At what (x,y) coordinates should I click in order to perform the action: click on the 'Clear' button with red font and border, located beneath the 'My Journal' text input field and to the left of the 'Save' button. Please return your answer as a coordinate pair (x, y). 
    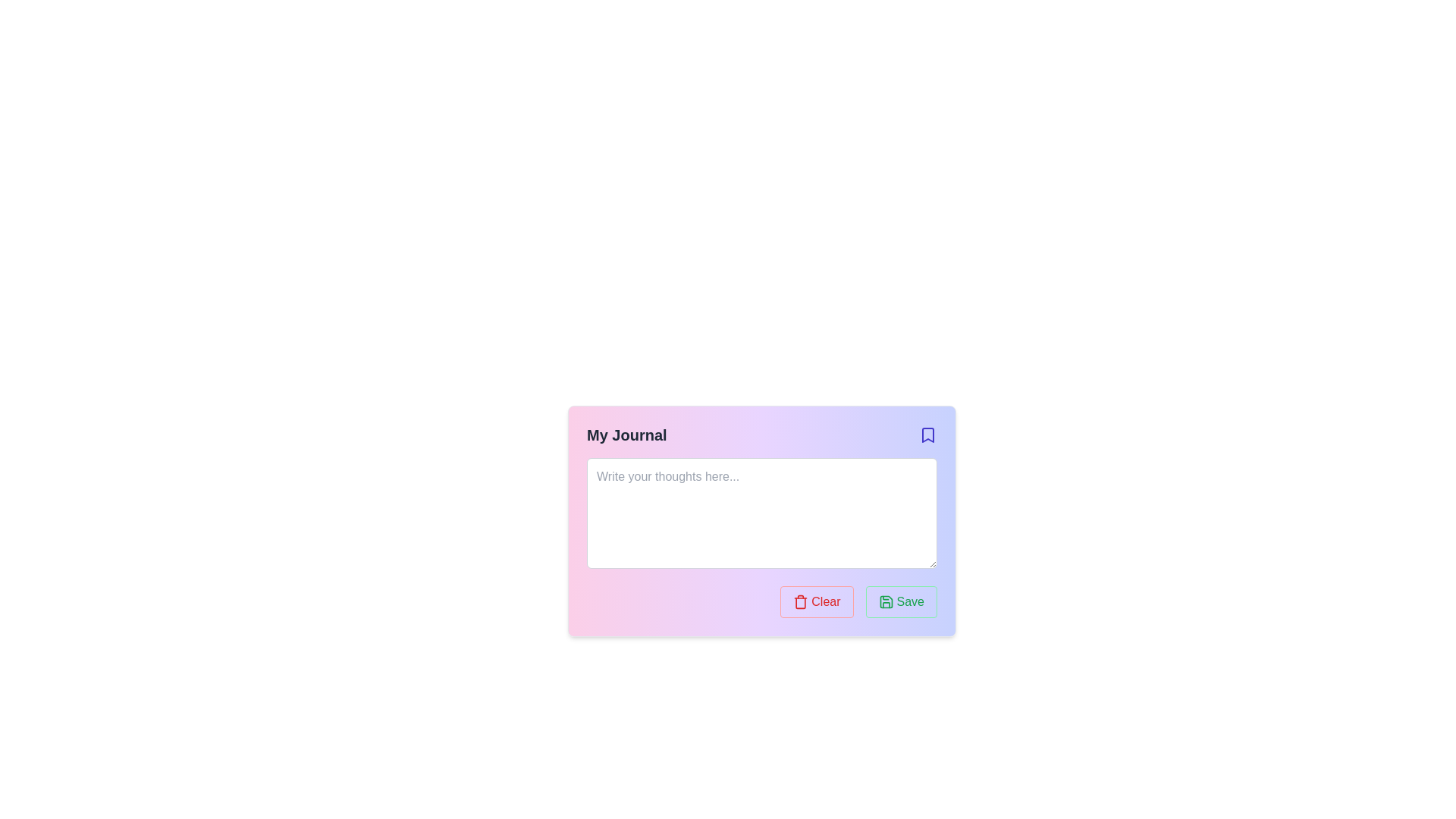
    Looking at the image, I should click on (825, 601).